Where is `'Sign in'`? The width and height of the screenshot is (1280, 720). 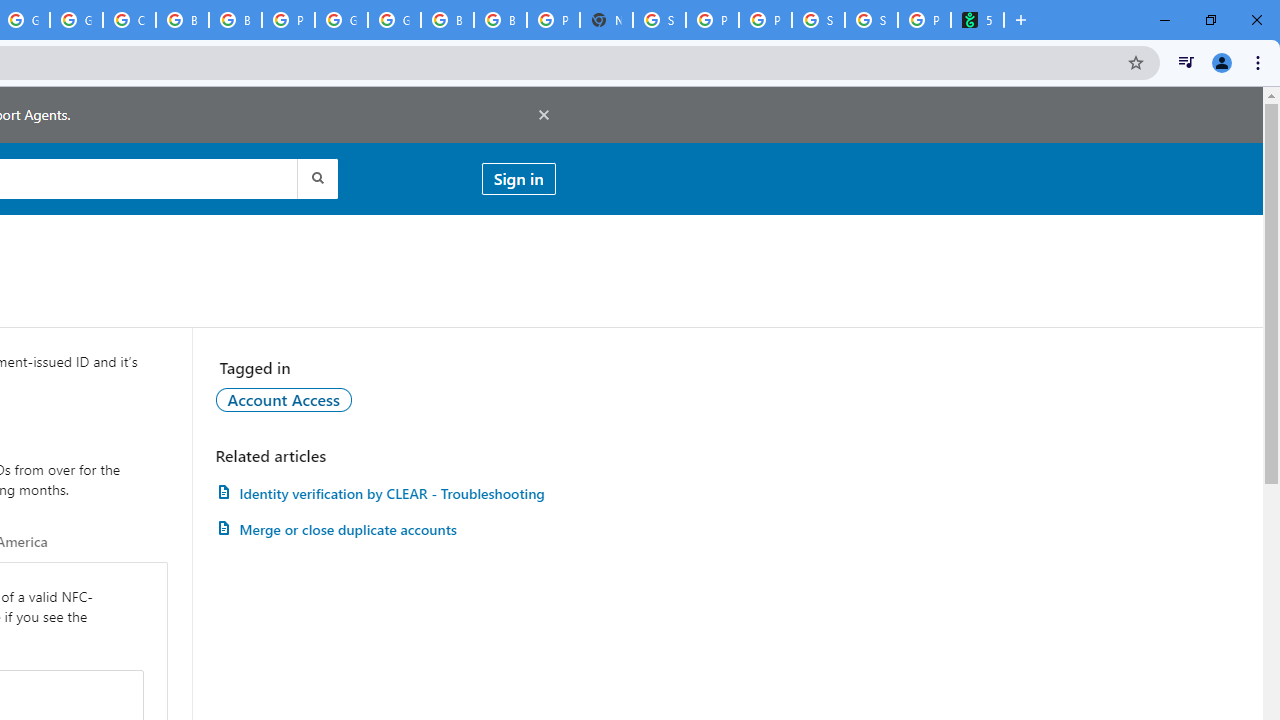 'Sign in' is located at coordinates (518, 177).